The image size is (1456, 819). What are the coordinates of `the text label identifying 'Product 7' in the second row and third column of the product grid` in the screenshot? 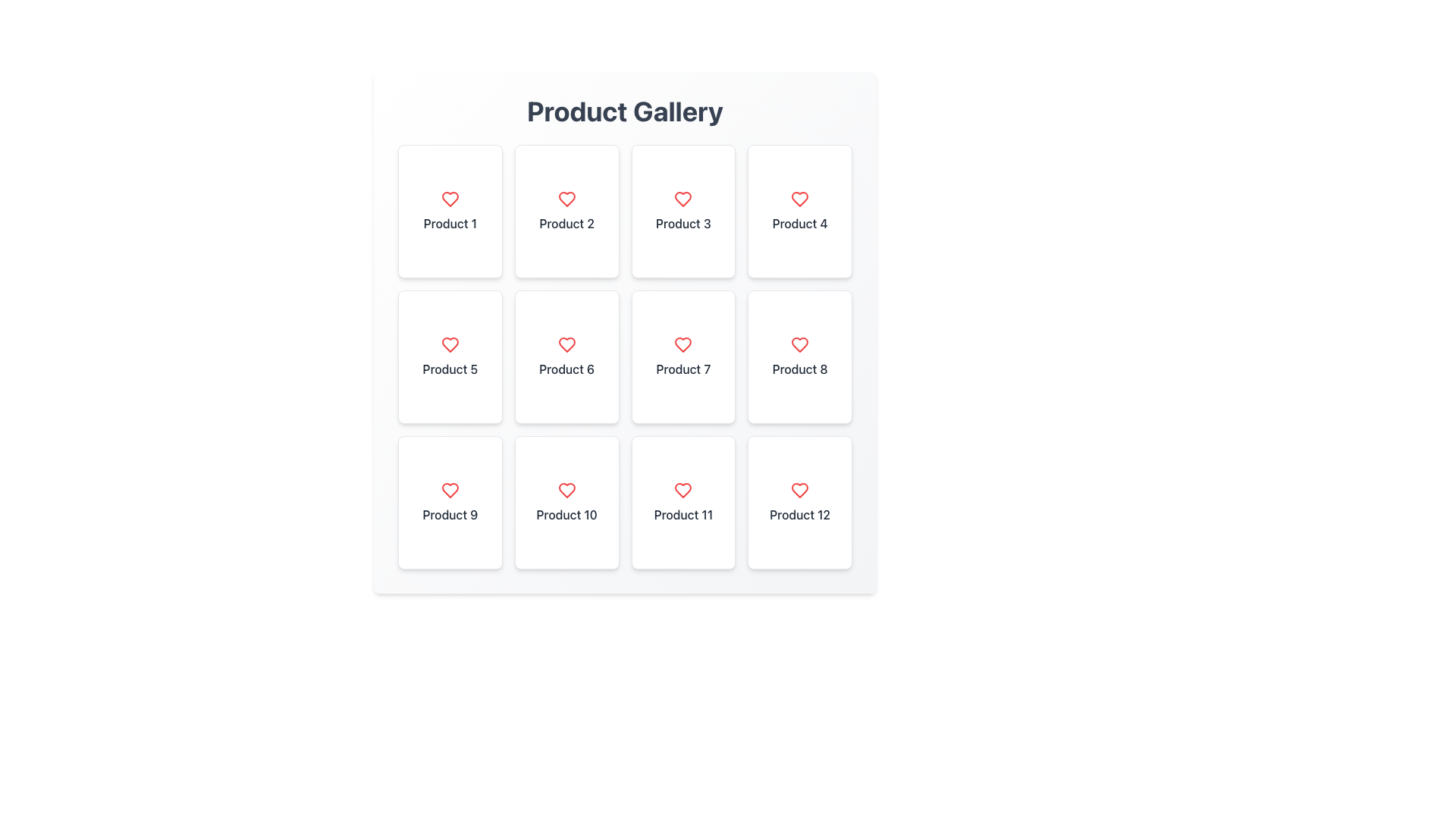 It's located at (682, 369).